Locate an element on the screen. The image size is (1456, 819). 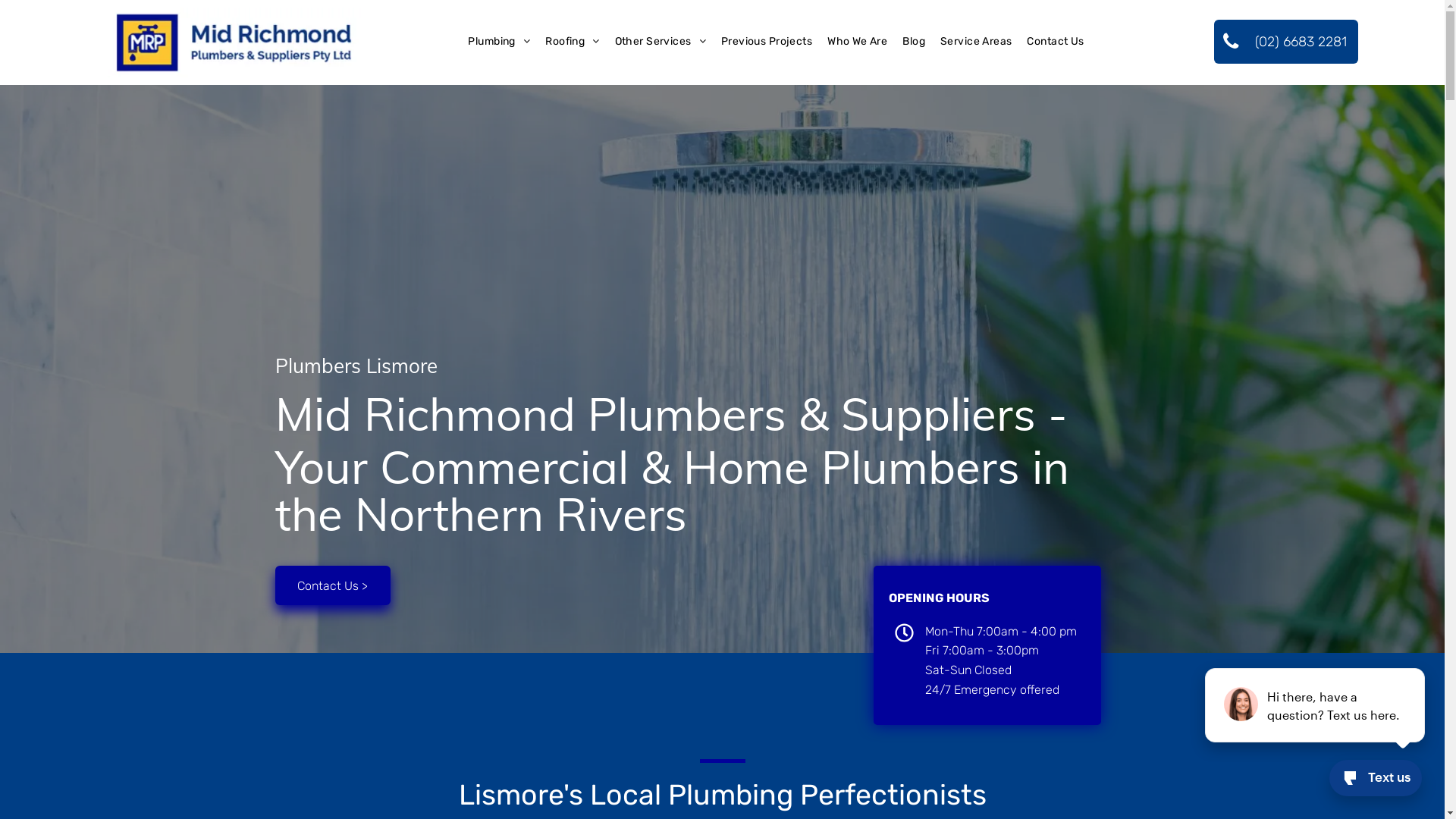
'Service Areas' is located at coordinates (931, 42).